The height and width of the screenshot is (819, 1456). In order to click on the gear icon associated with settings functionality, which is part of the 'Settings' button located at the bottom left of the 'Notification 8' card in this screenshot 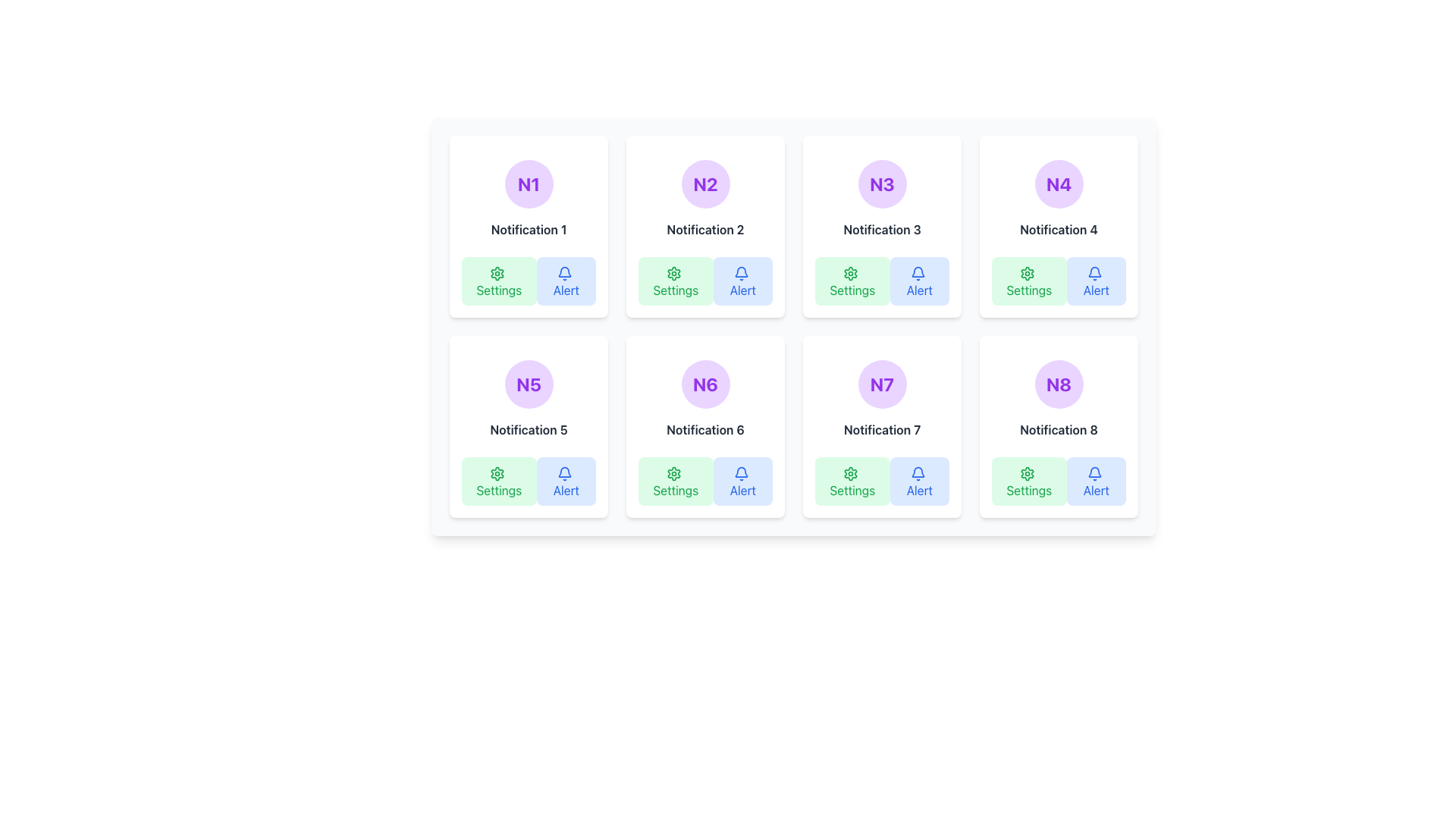, I will do `click(1028, 472)`.